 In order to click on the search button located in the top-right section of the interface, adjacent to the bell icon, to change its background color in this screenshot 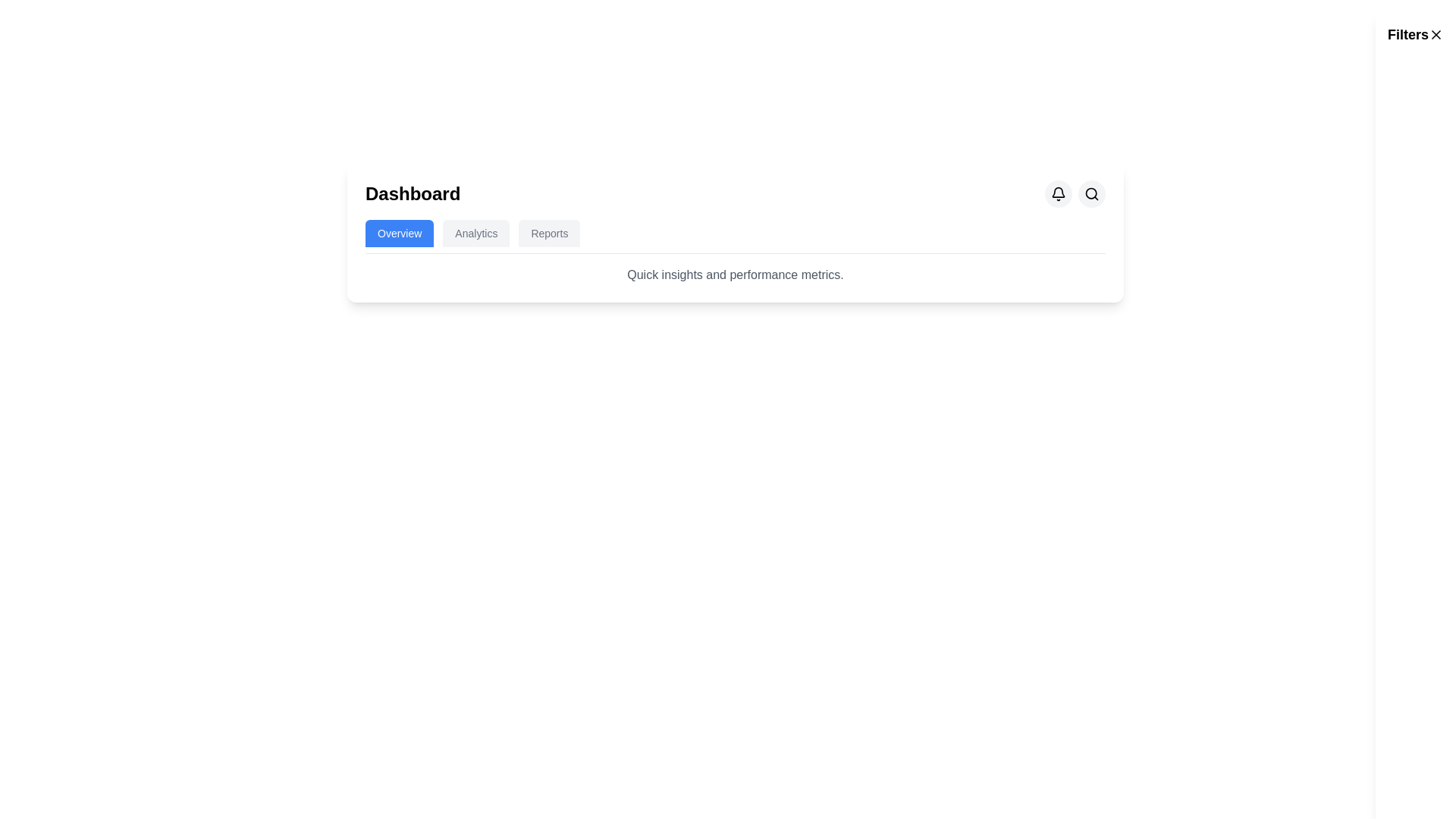, I will do `click(1092, 193)`.